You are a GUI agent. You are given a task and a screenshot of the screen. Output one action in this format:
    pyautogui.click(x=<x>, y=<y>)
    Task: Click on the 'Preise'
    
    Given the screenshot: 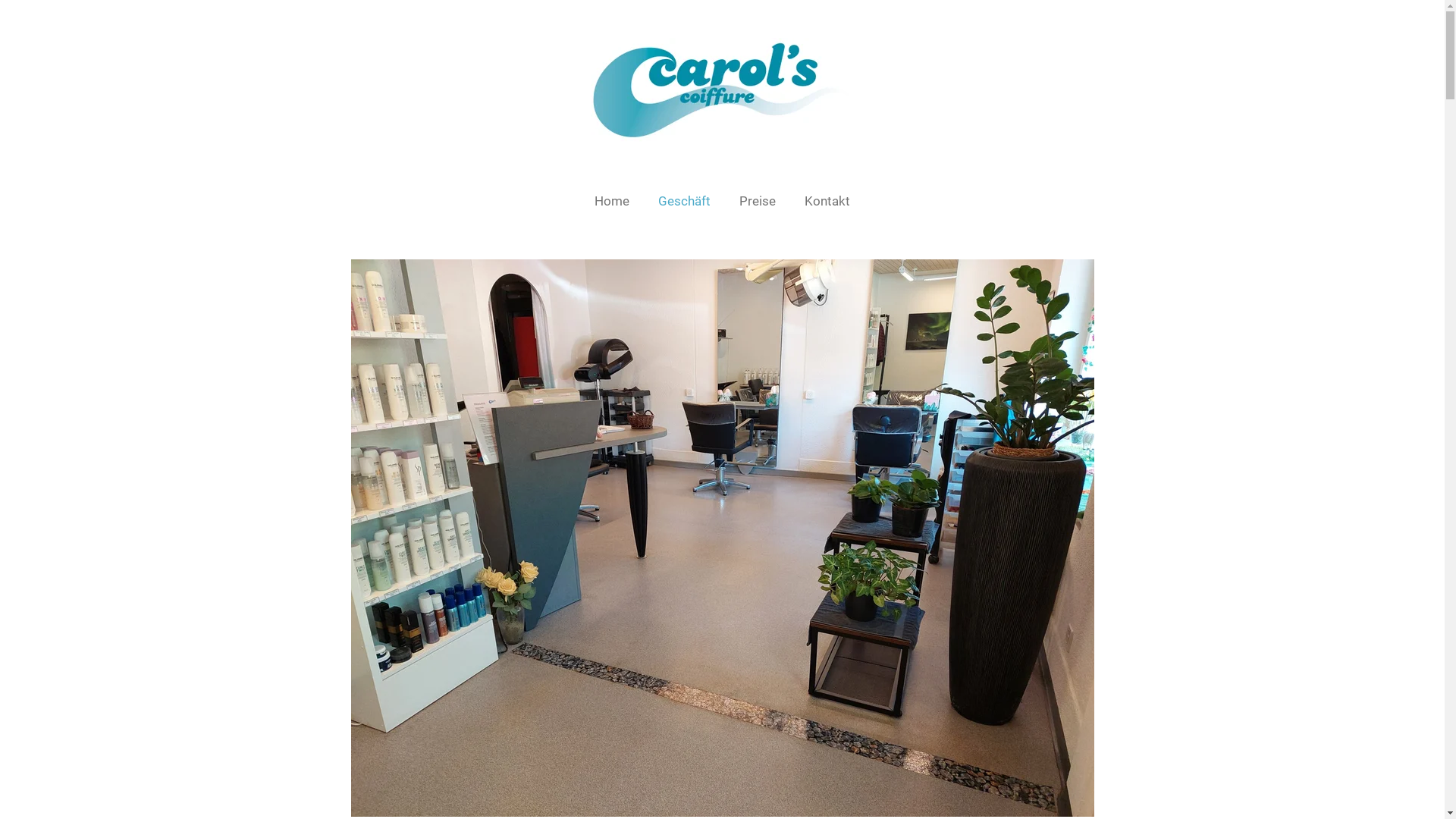 What is the action you would take?
    pyautogui.click(x=728, y=201)
    